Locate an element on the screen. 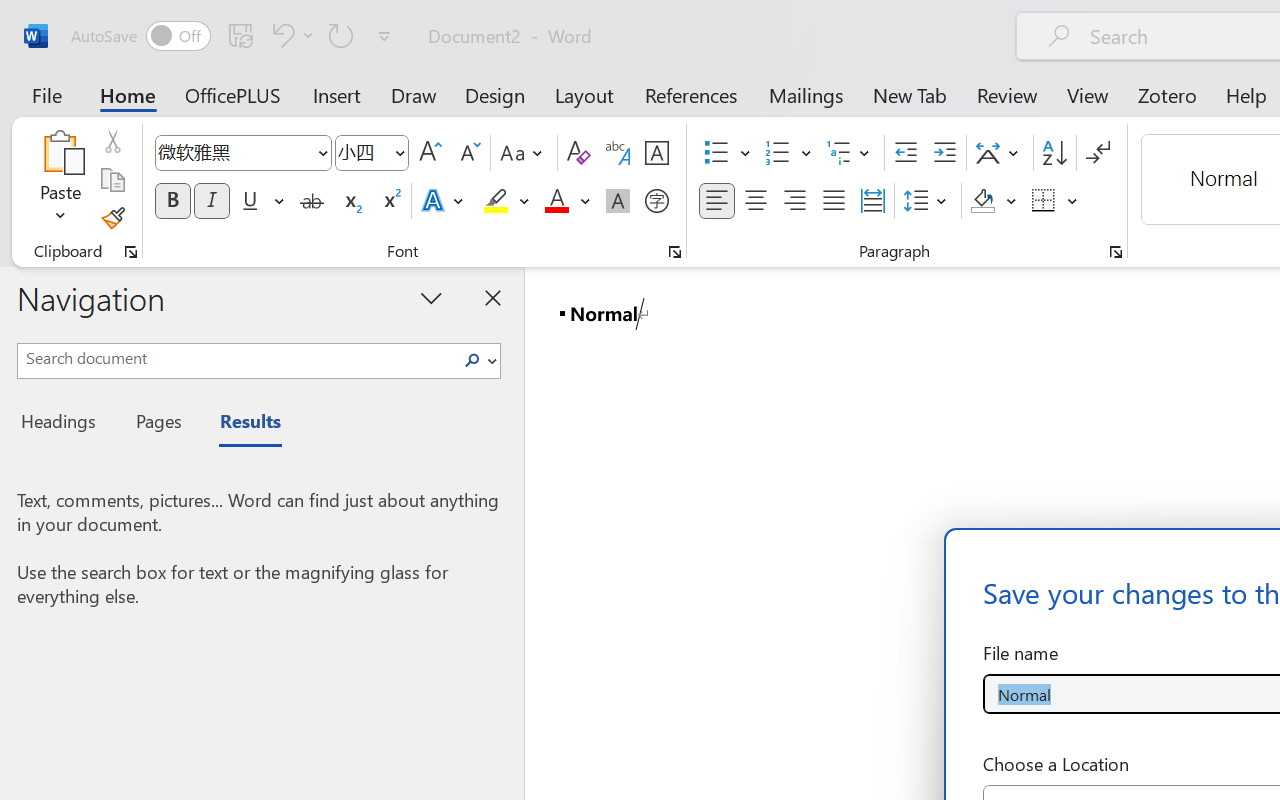 The image size is (1280, 800). 'AutoSave' is located at coordinates (139, 35).